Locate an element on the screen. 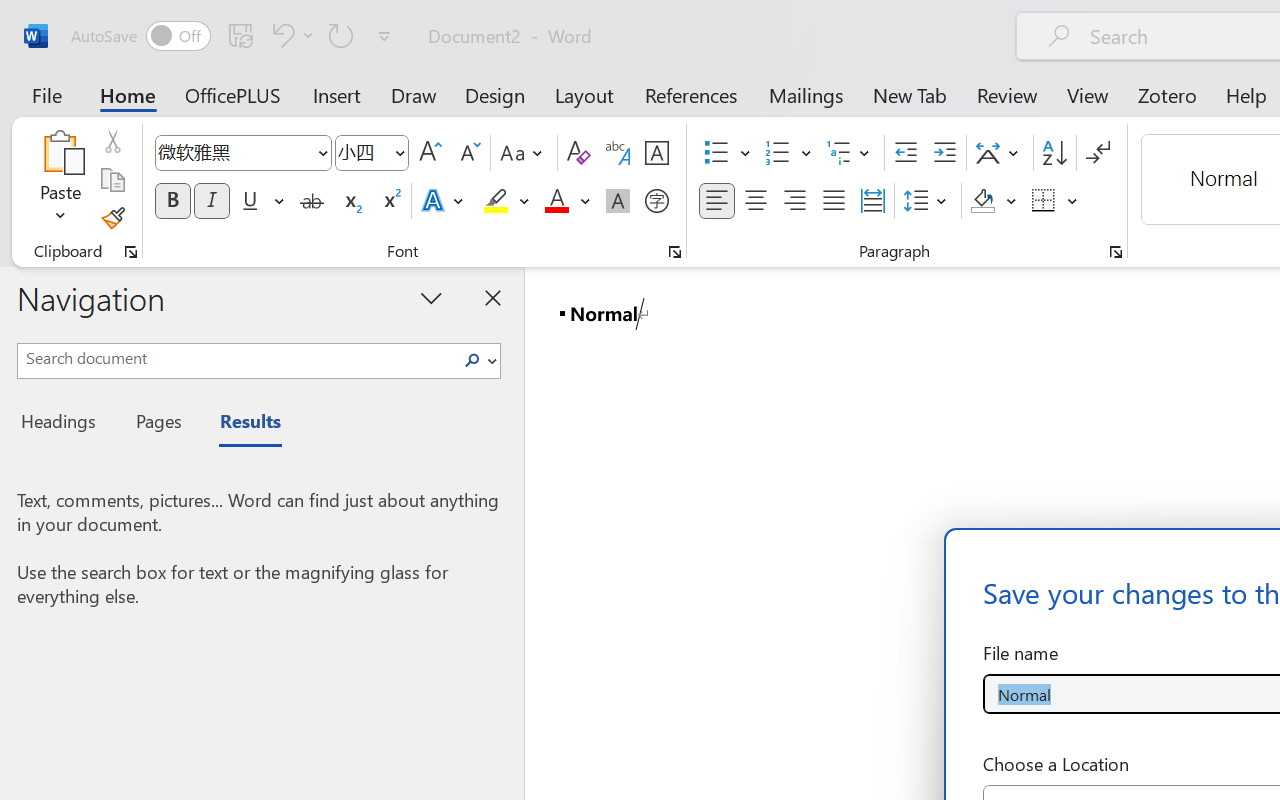 The image size is (1280, 800). 'AutoSave' is located at coordinates (139, 35).